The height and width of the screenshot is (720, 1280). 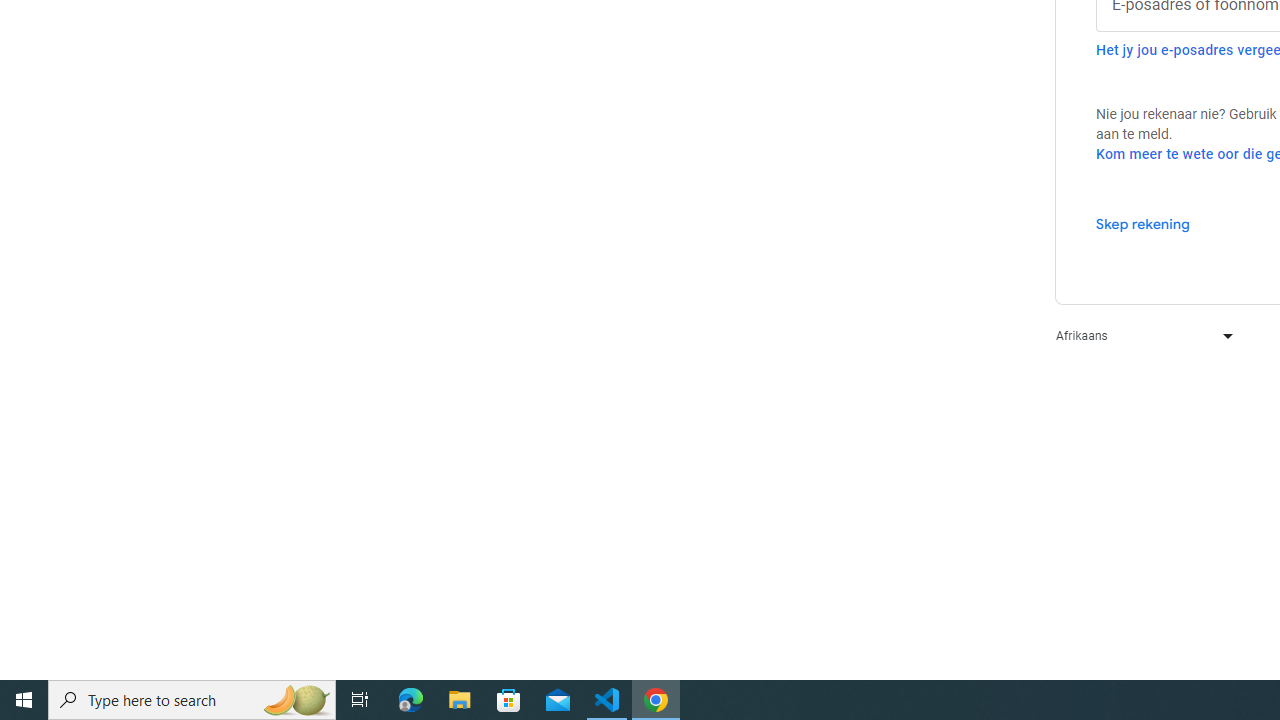 What do you see at coordinates (1139, 334) in the screenshot?
I see `'Afrikaans'` at bounding box center [1139, 334].